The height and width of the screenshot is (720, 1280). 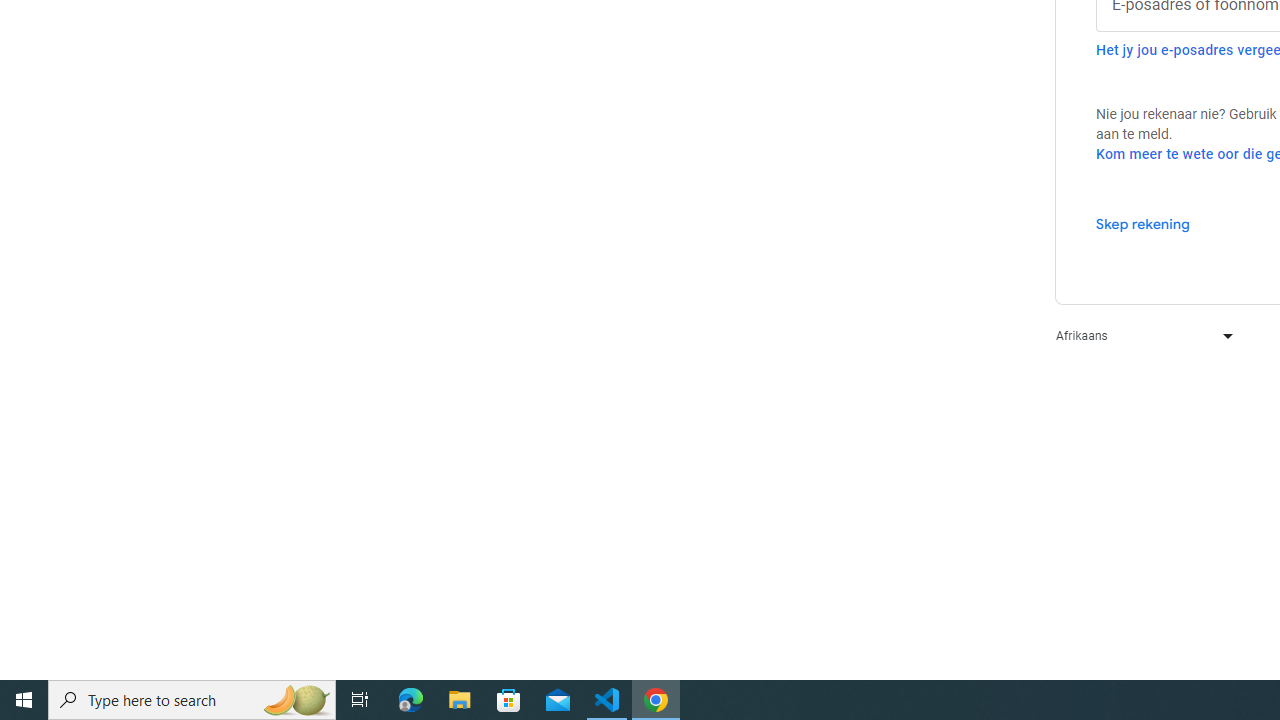 What do you see at coordinates (1139, 334) in the screenshot?
I see `'Afrikaans'` at bounding box center [1139, 334].